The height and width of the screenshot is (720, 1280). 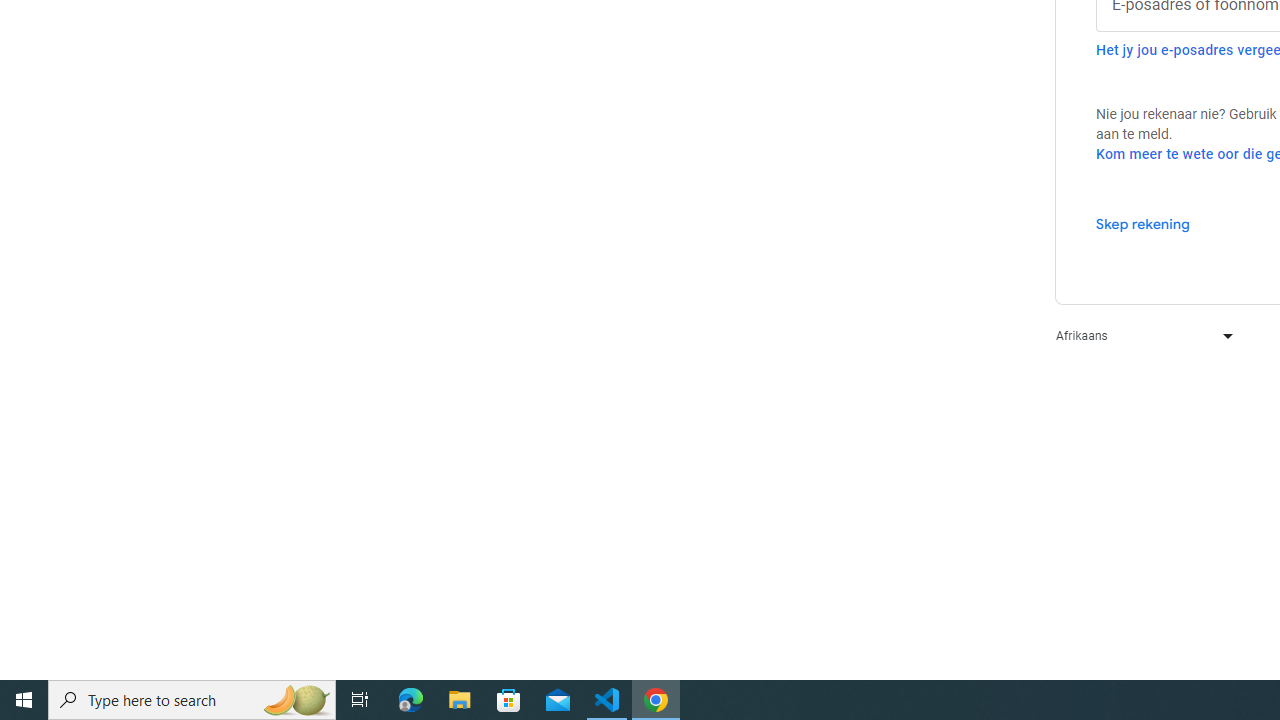 What do you see at coordinates (1139, 334) in the screenshot?
I see `'Afrikaans'` at bounding box center [1139, 334].